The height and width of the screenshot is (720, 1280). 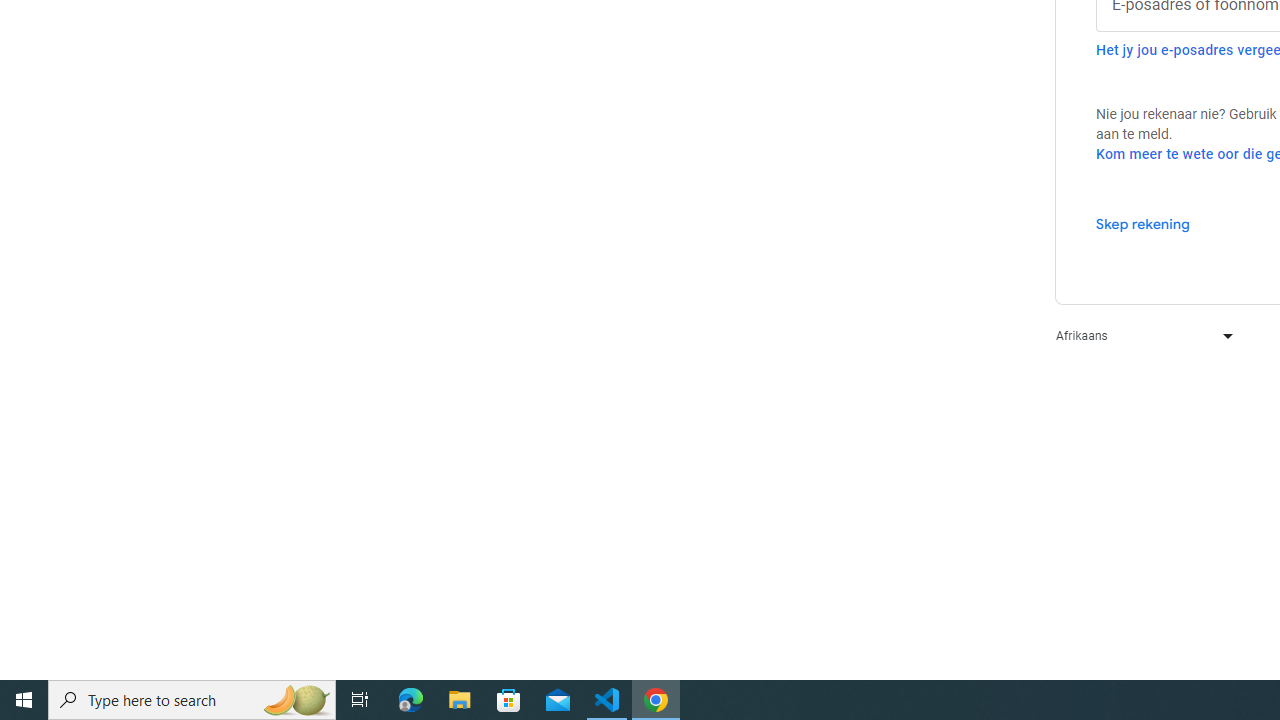 What do you see at coordinates (1139, 334) in the screenshot?
I see `'Afrikaans'` at bounding box center [1139, 334].